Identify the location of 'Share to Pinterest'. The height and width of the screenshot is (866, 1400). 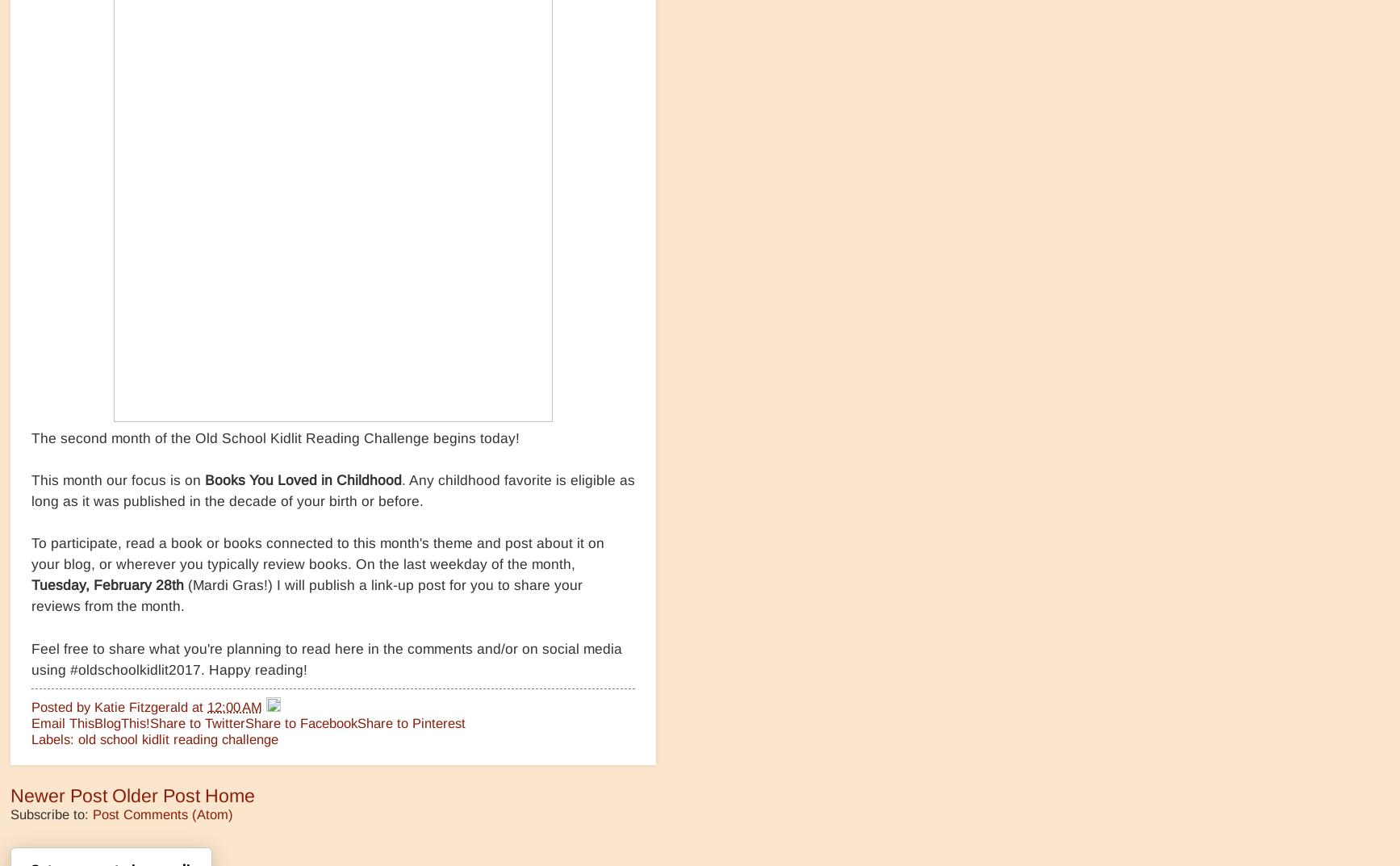
(411, 722).